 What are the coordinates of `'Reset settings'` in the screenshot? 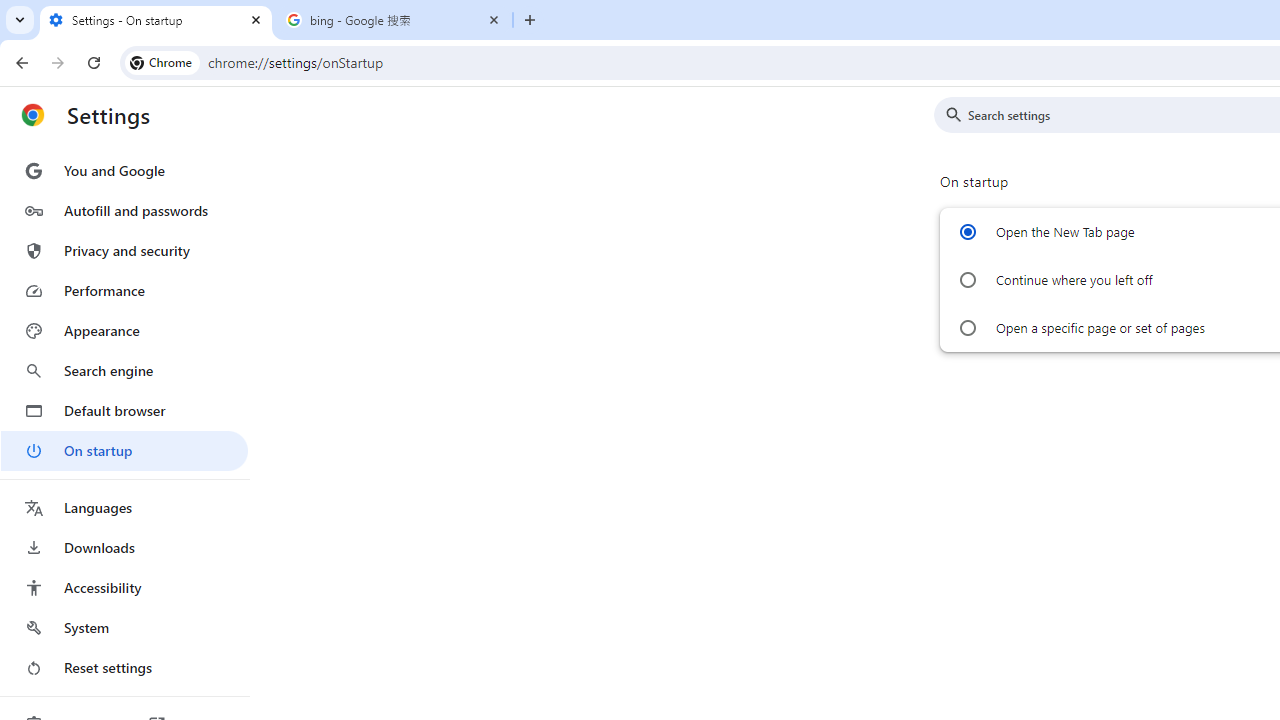 It's located at (123, 668).